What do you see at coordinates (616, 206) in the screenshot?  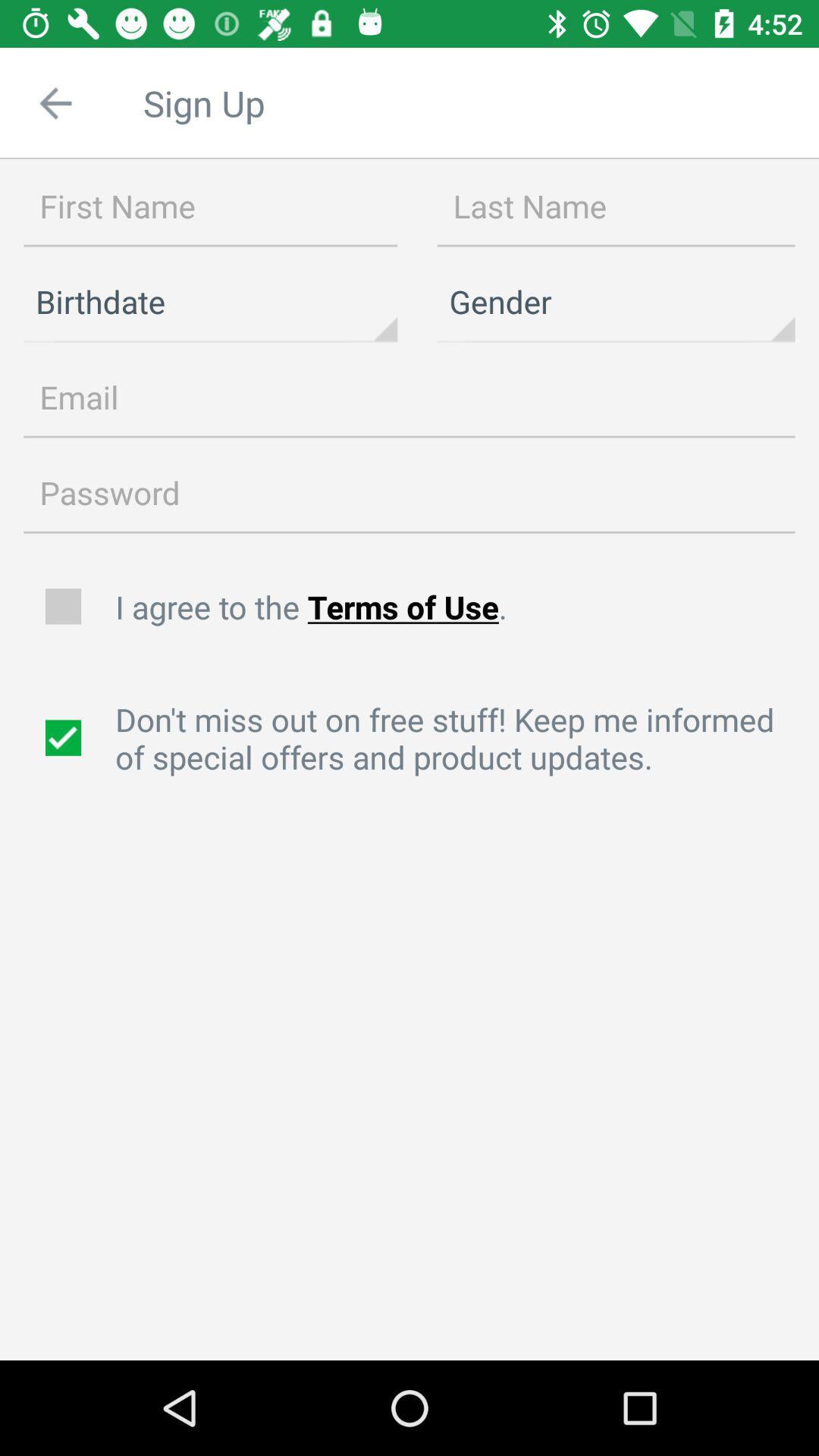 I see `last name` at bounding box center [616, 206].